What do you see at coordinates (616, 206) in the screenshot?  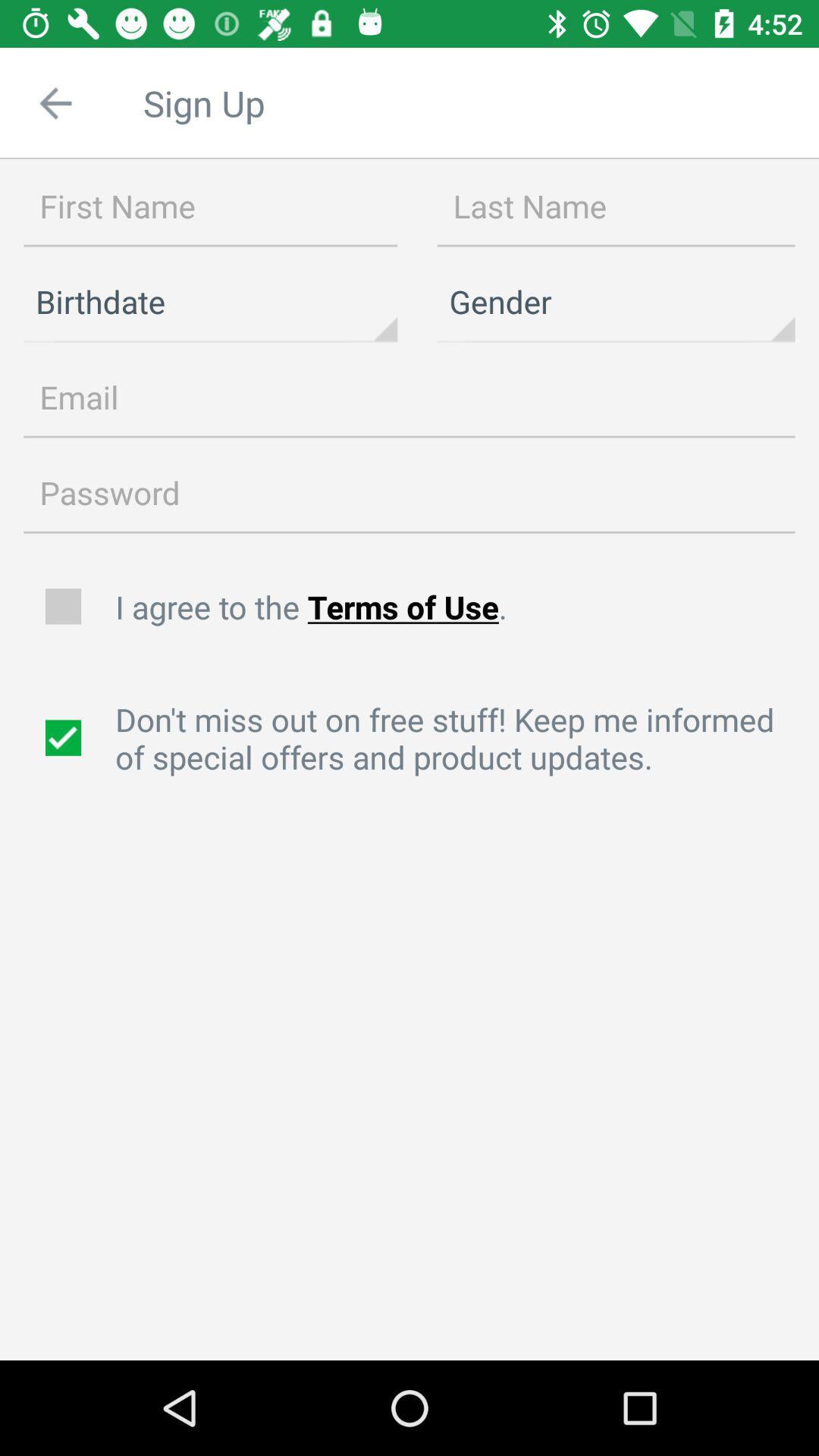 I see `last name` at bounding box center [616, 206].